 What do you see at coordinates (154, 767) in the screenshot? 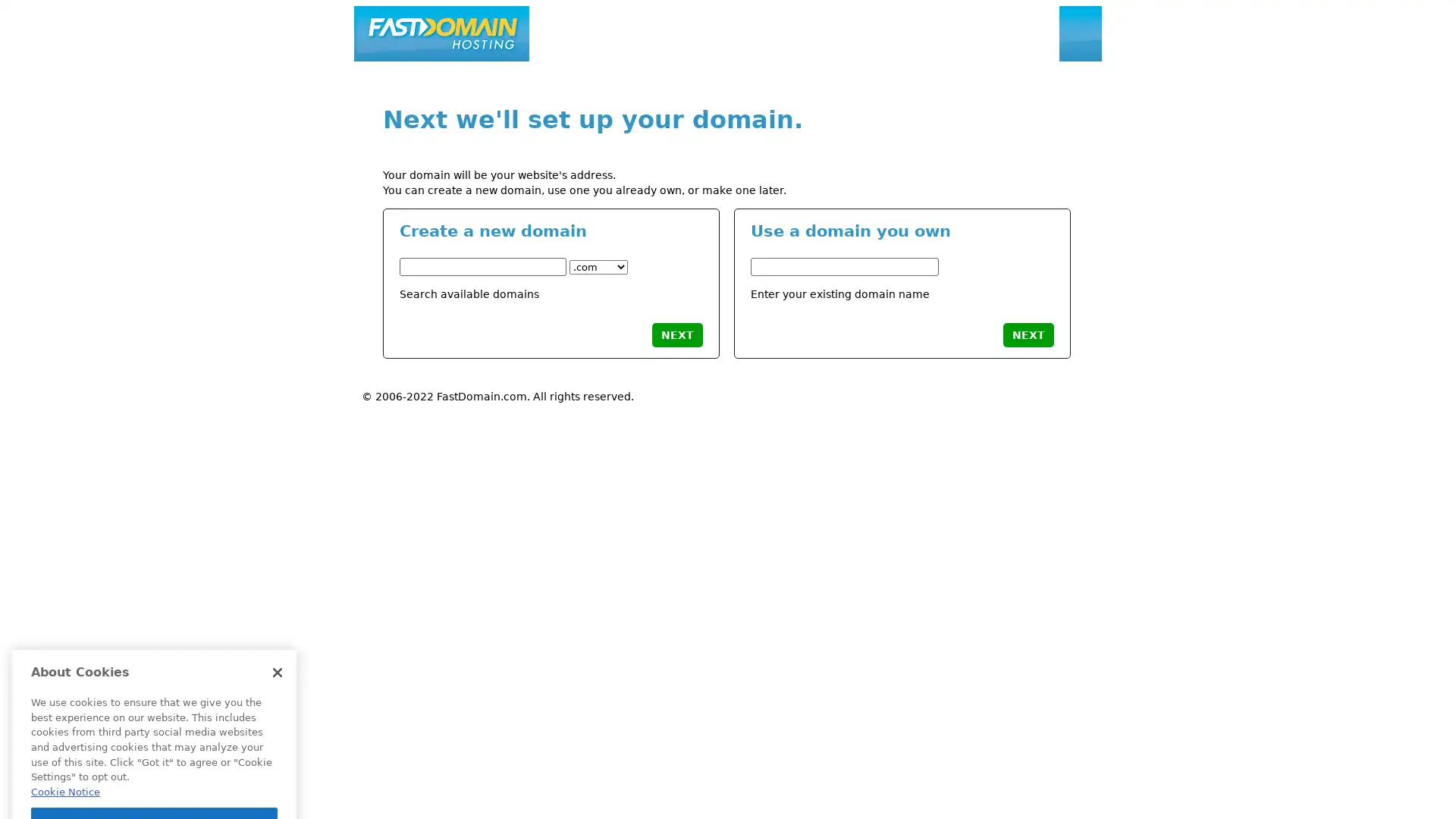
I see `Cookies Settings` at bounding box center [154, 767].